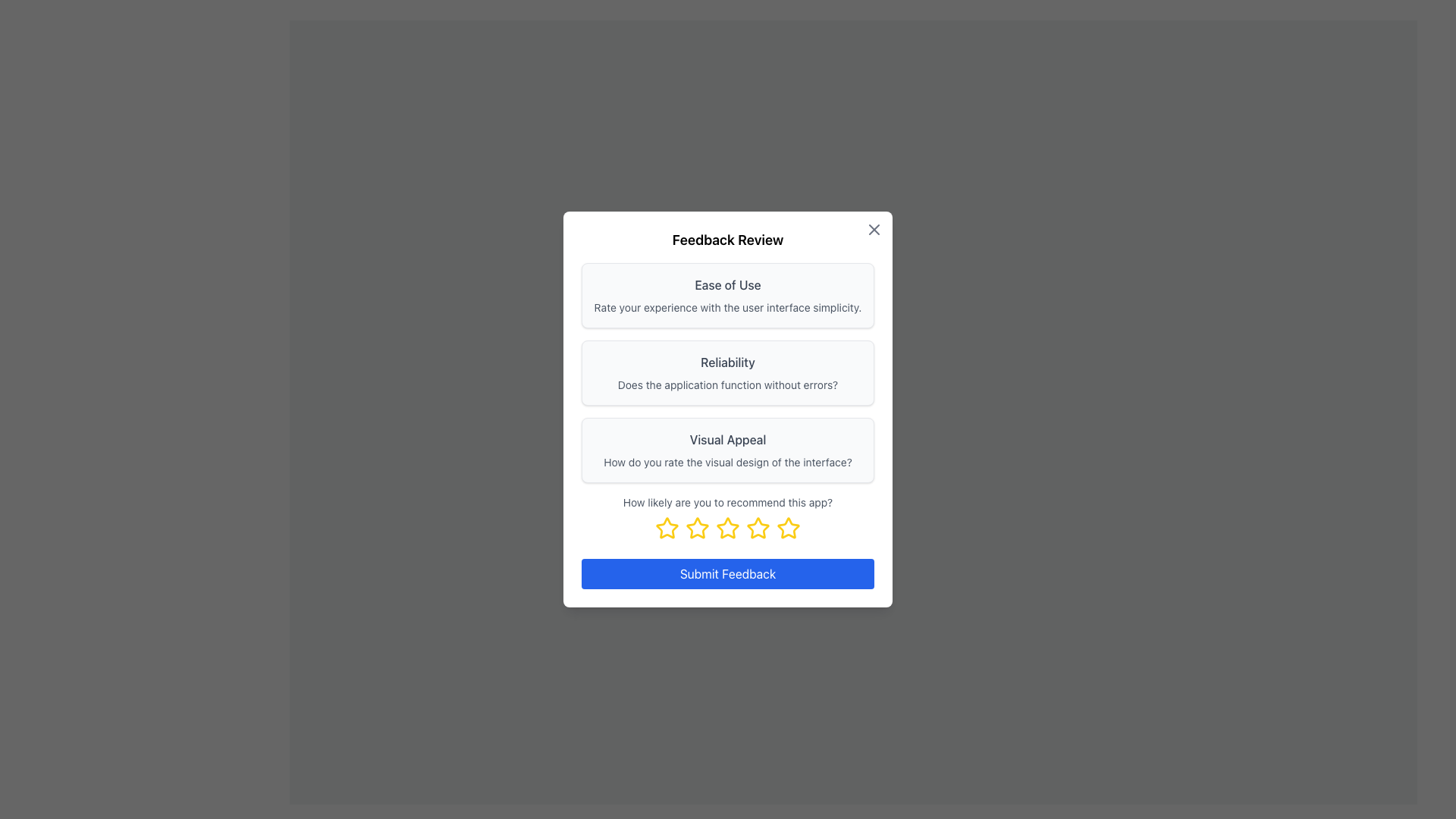 The width and height of the screenshot is (1456, 819). I want to click on the text component that reads 'Does the application function without errors?', which is styled in a small gray font and located below the heading 'Reliability', so click(728, 384).